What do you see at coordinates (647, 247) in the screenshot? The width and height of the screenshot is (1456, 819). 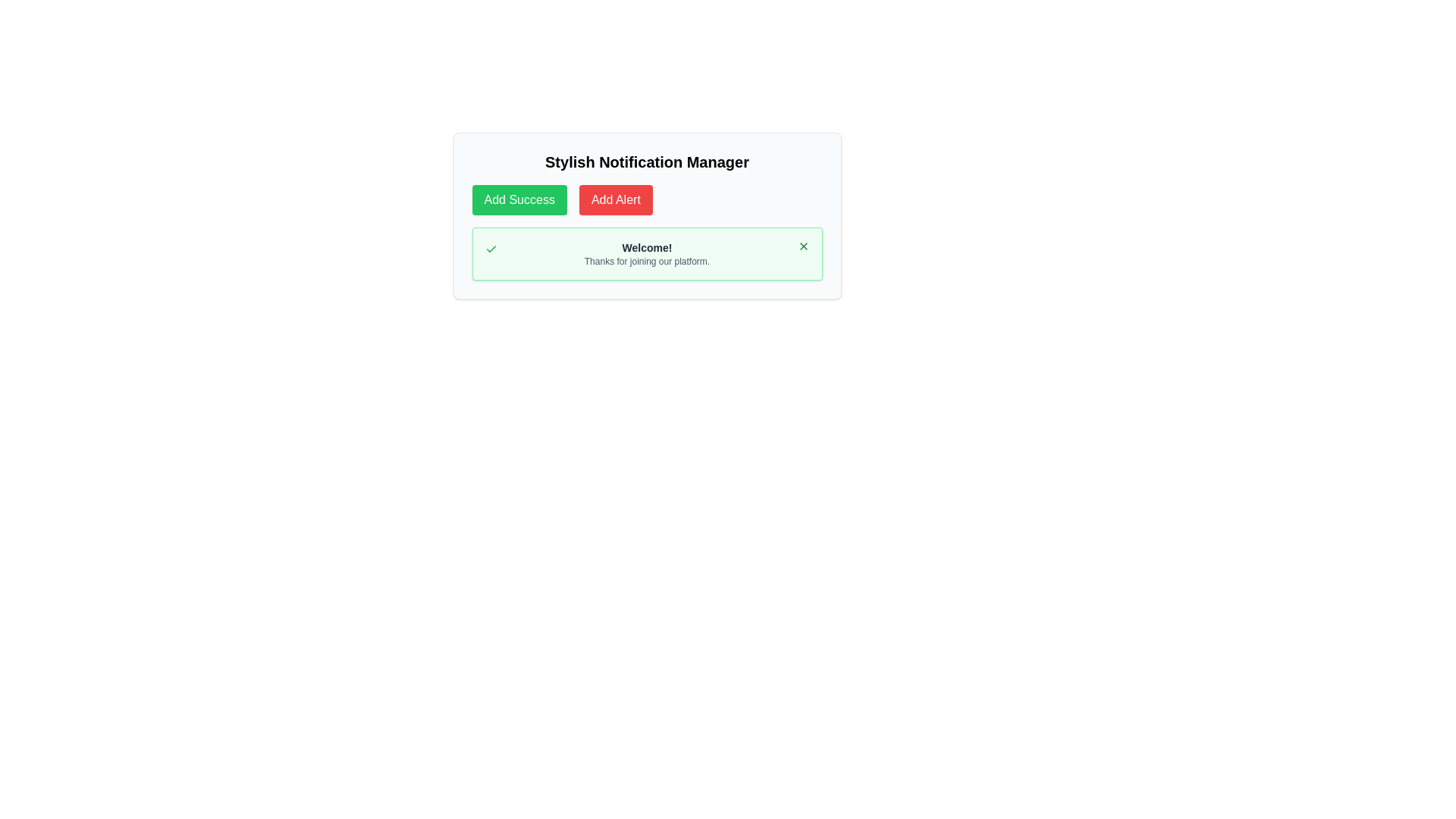 I see `the welcoming message text in the notification box titled 'Thanks for joining our platform'` at bounding box center [647, 247].